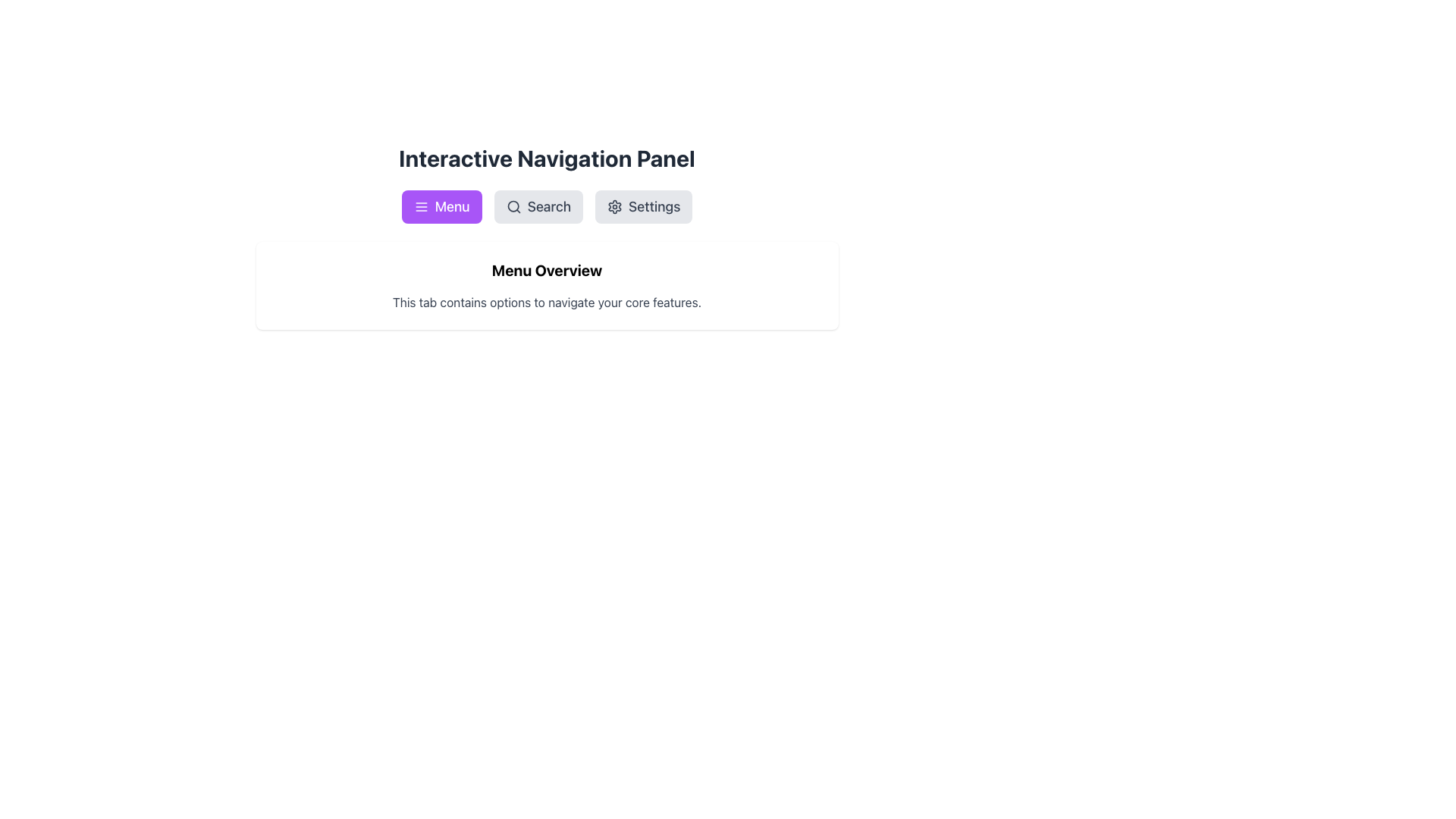  I want to click on the 'Search' button with a light gray background, slightly rounded corners, and a search icon, located beneath the title 'Interactive Navigation Panel', so click(538, 207).